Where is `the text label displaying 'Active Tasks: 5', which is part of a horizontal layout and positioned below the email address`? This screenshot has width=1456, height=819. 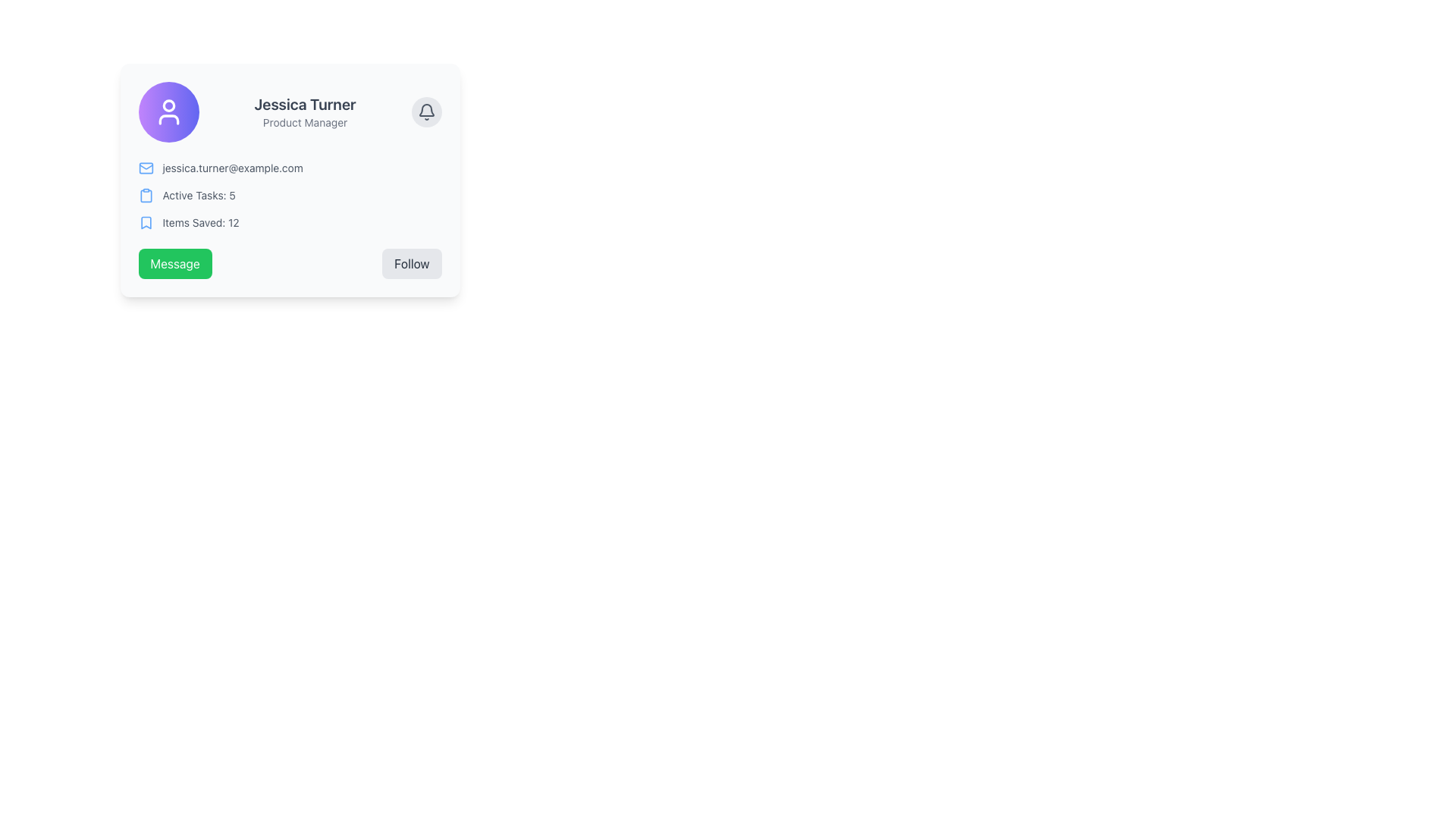
the text label displaying 'Active Tasks: 5', which is part of a horizontal layout and positioned below the email address is located at coordinates (198, 195).